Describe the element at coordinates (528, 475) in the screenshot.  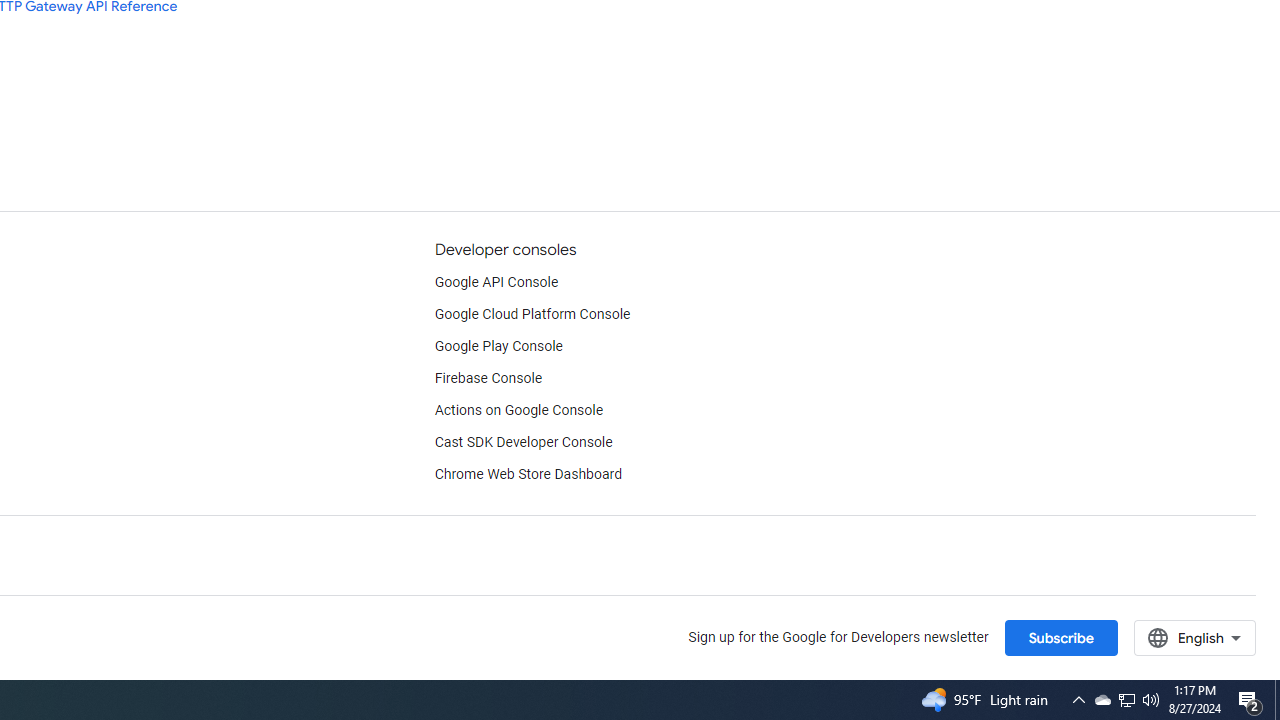
I see `'Chrome Web Store Dashboard'` at that location.